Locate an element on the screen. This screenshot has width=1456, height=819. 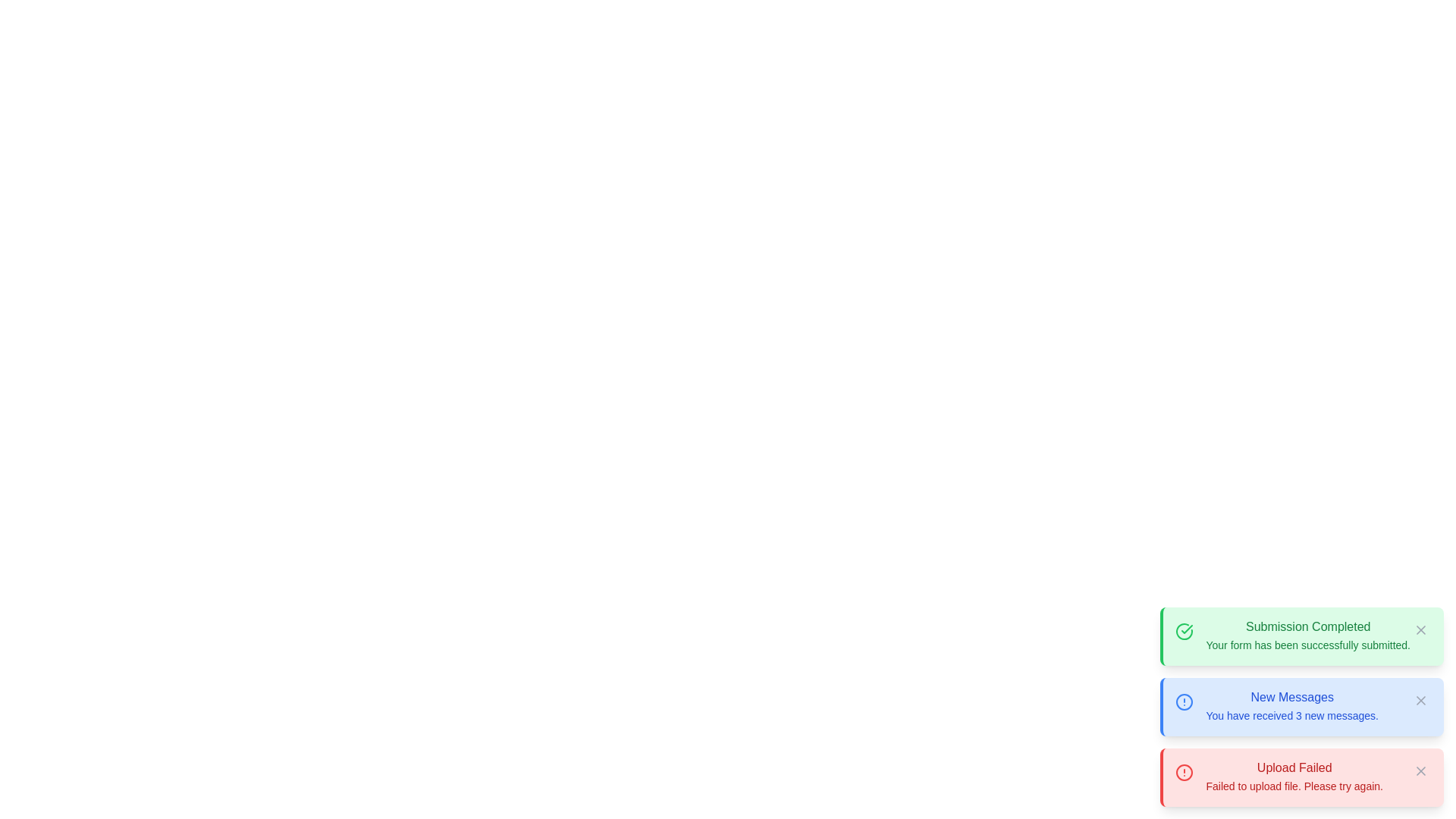
the close icon (a thin-lined 'X' shape) located in the top-right corner of the green notification card labeled 'Submission Completed' is located at coordinates (1420, 629).